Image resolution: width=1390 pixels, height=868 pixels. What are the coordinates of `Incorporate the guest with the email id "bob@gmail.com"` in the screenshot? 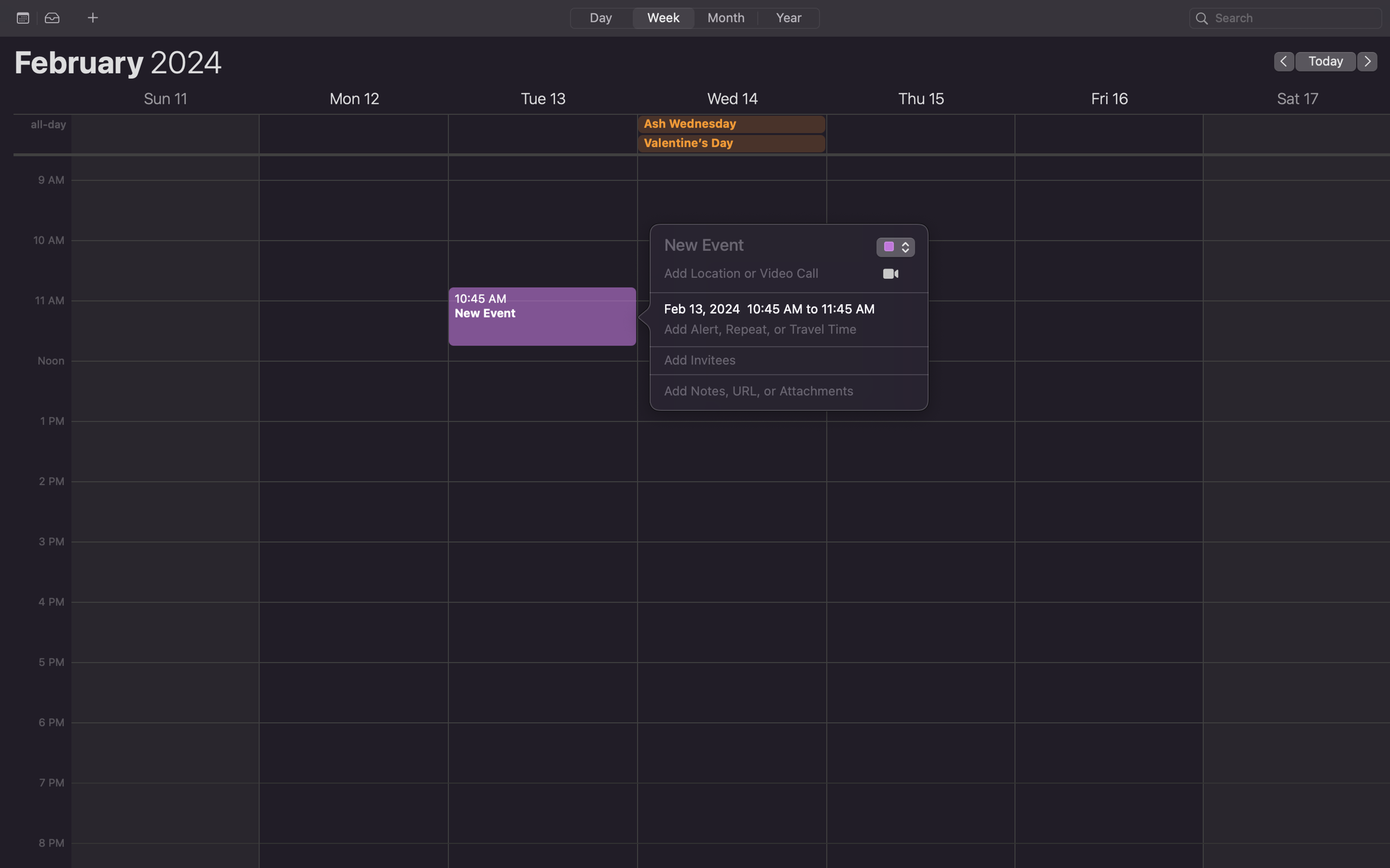 It's located at (776, 361).